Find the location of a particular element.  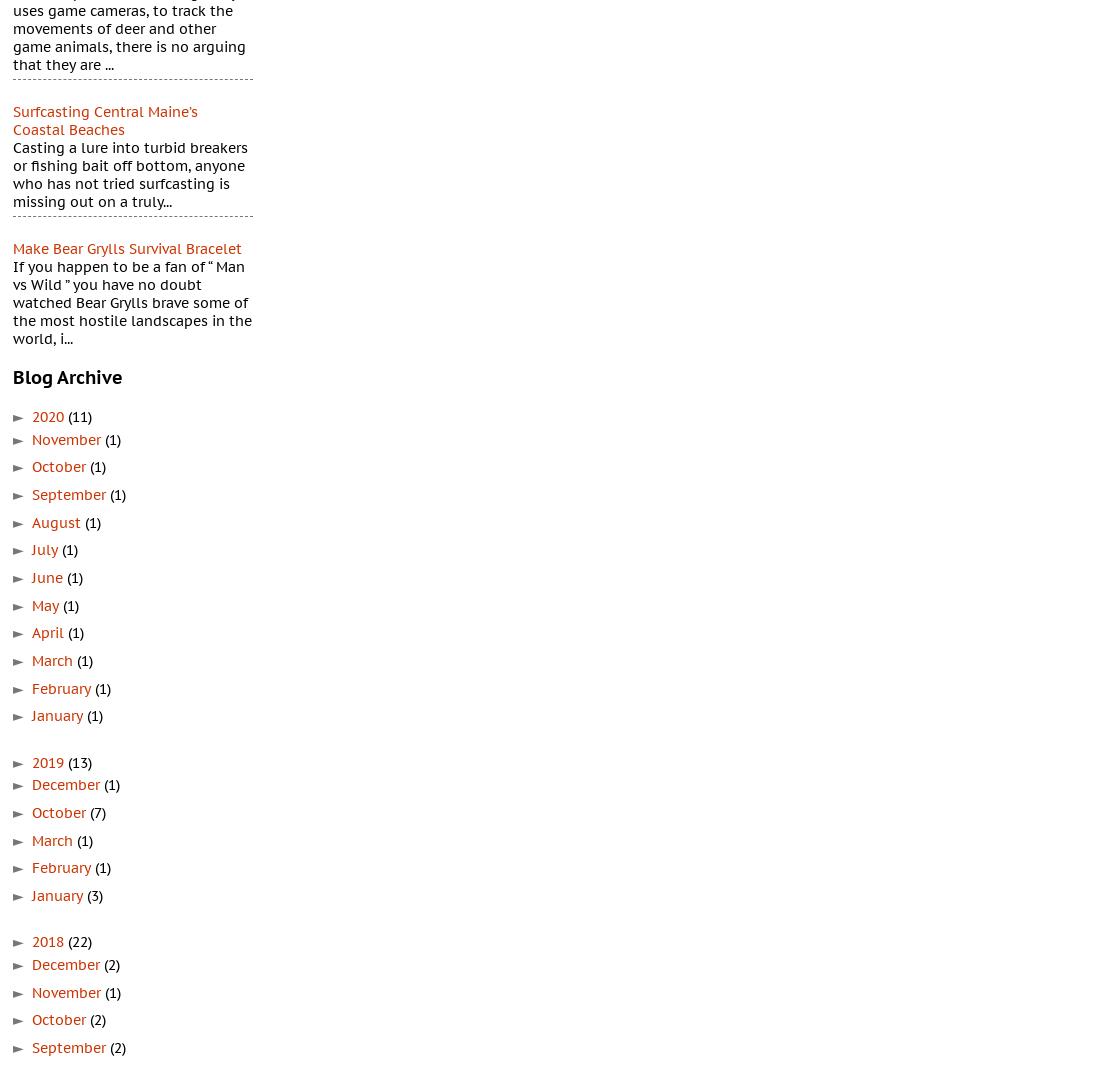

'2020' is located at coordinates (49, 415).